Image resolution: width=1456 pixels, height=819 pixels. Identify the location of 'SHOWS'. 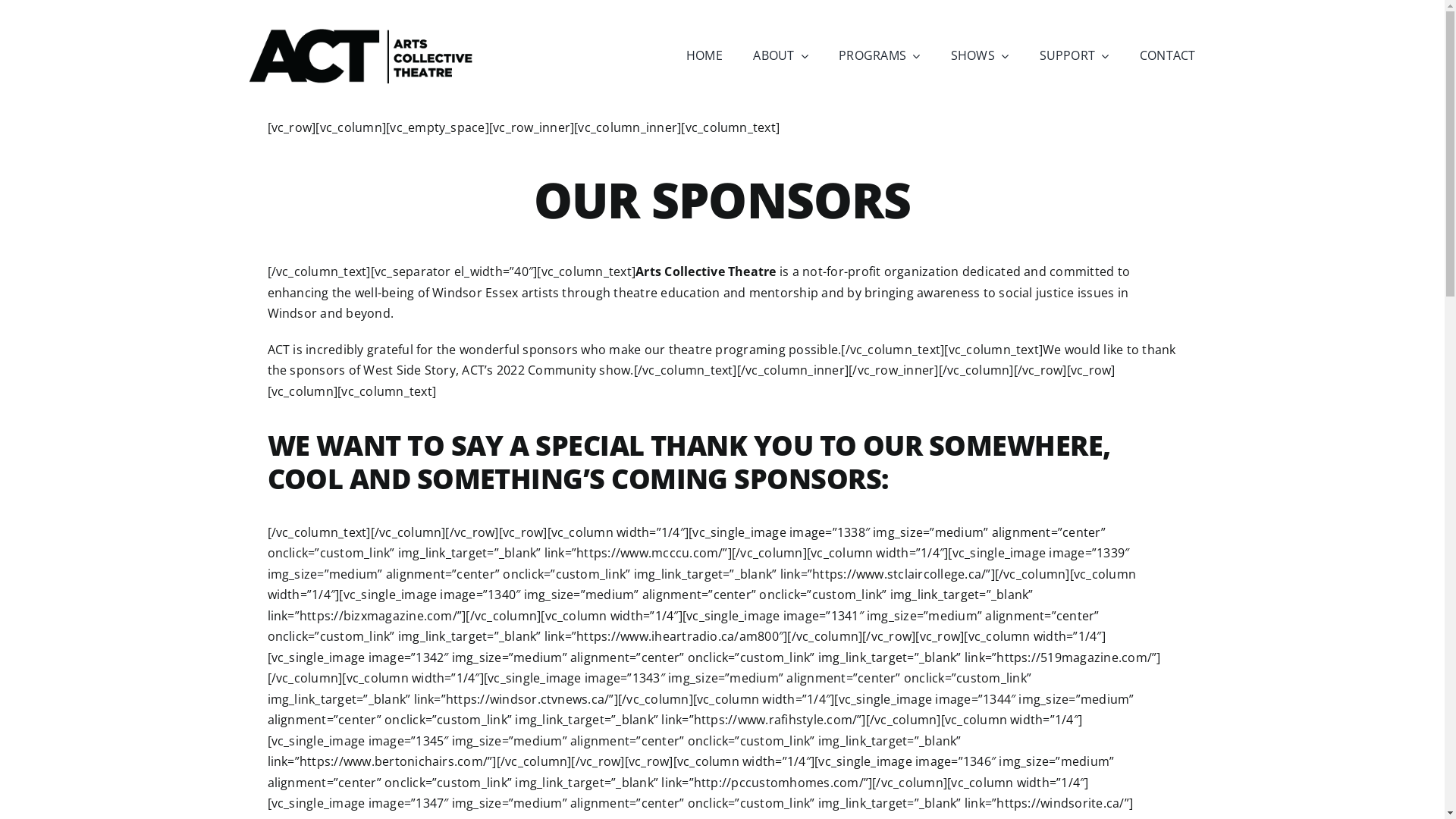
(979, 55).